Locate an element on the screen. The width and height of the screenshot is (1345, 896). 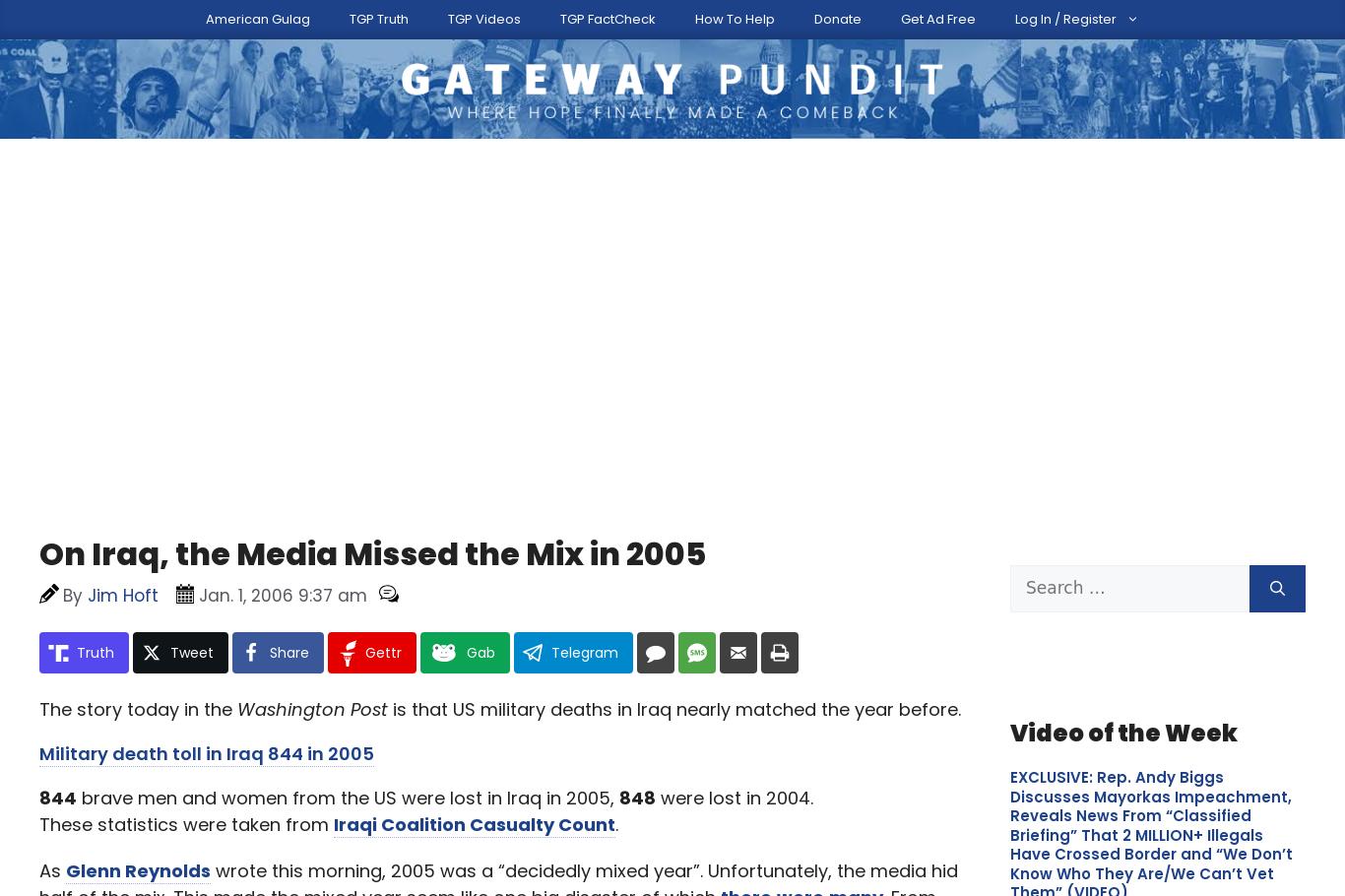
'About Us' is located at coordinates (419, 14).